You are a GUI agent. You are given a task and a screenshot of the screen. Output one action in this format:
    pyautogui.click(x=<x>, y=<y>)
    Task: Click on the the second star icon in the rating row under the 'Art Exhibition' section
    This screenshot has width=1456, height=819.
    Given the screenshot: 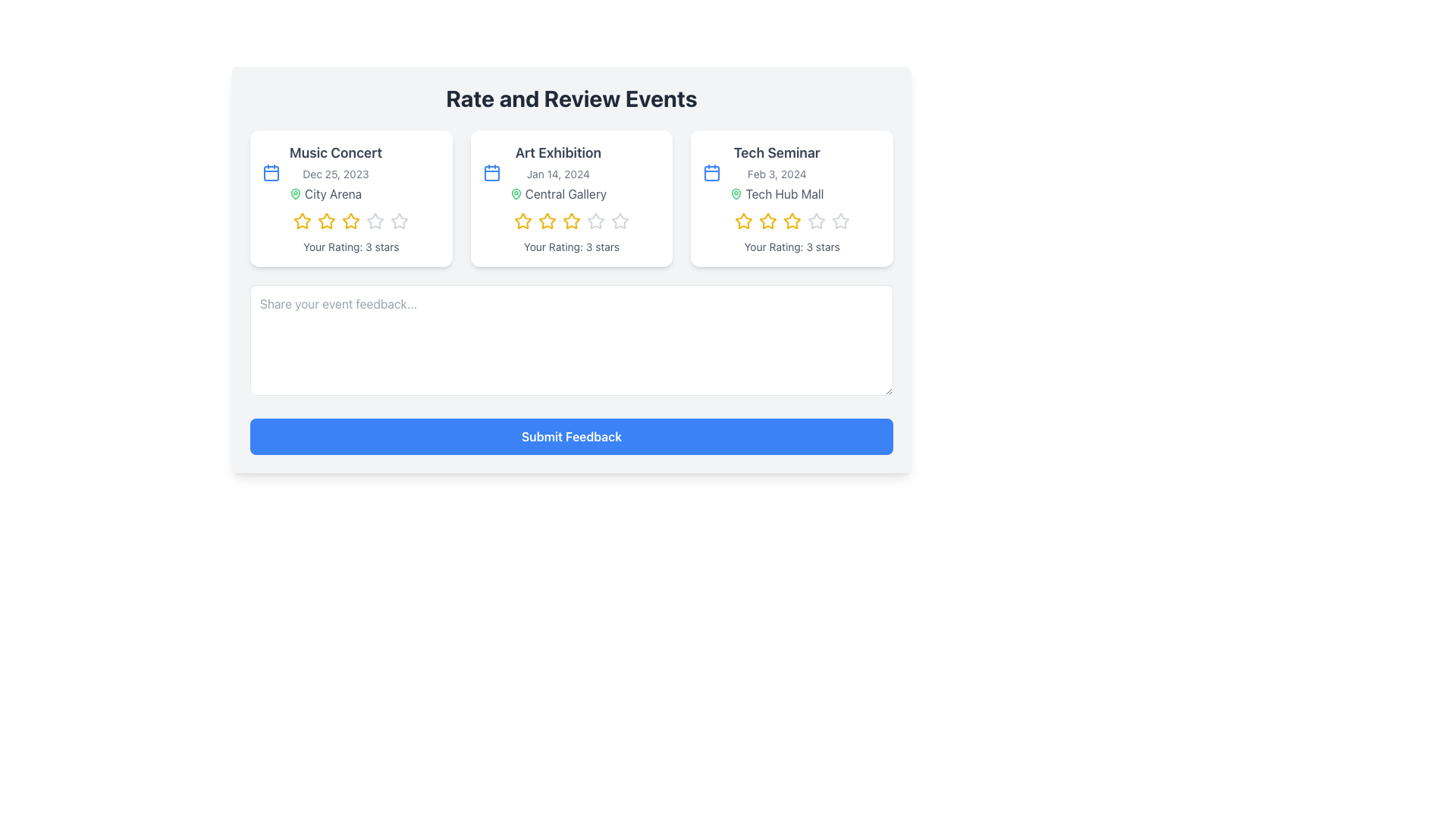 What is the action you would take?
    pyautogui.click(x=523, y=221)
    